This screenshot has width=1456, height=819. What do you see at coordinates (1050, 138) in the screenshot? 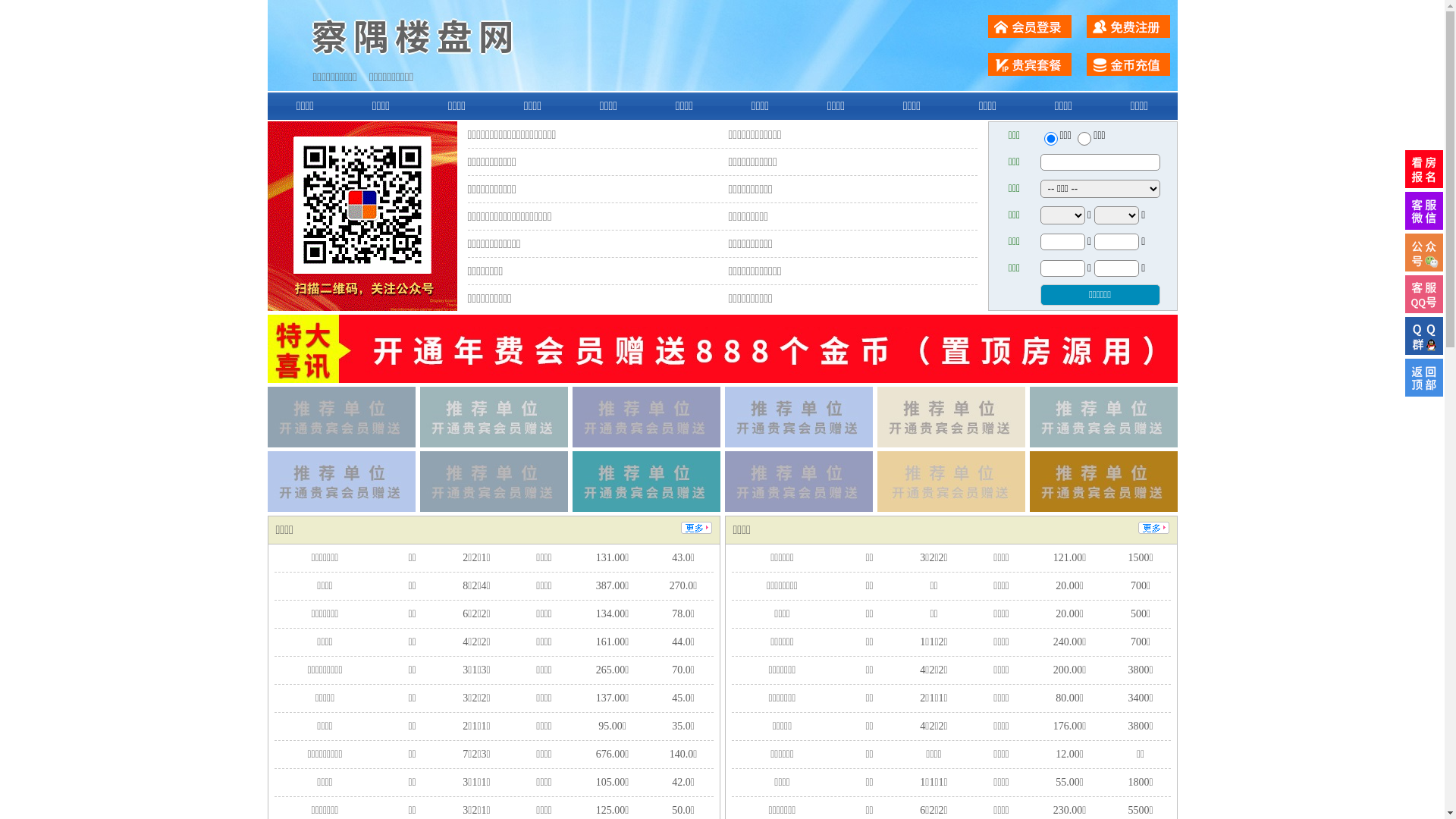
I see `'ershou'` at bounding box center [1050, 138].